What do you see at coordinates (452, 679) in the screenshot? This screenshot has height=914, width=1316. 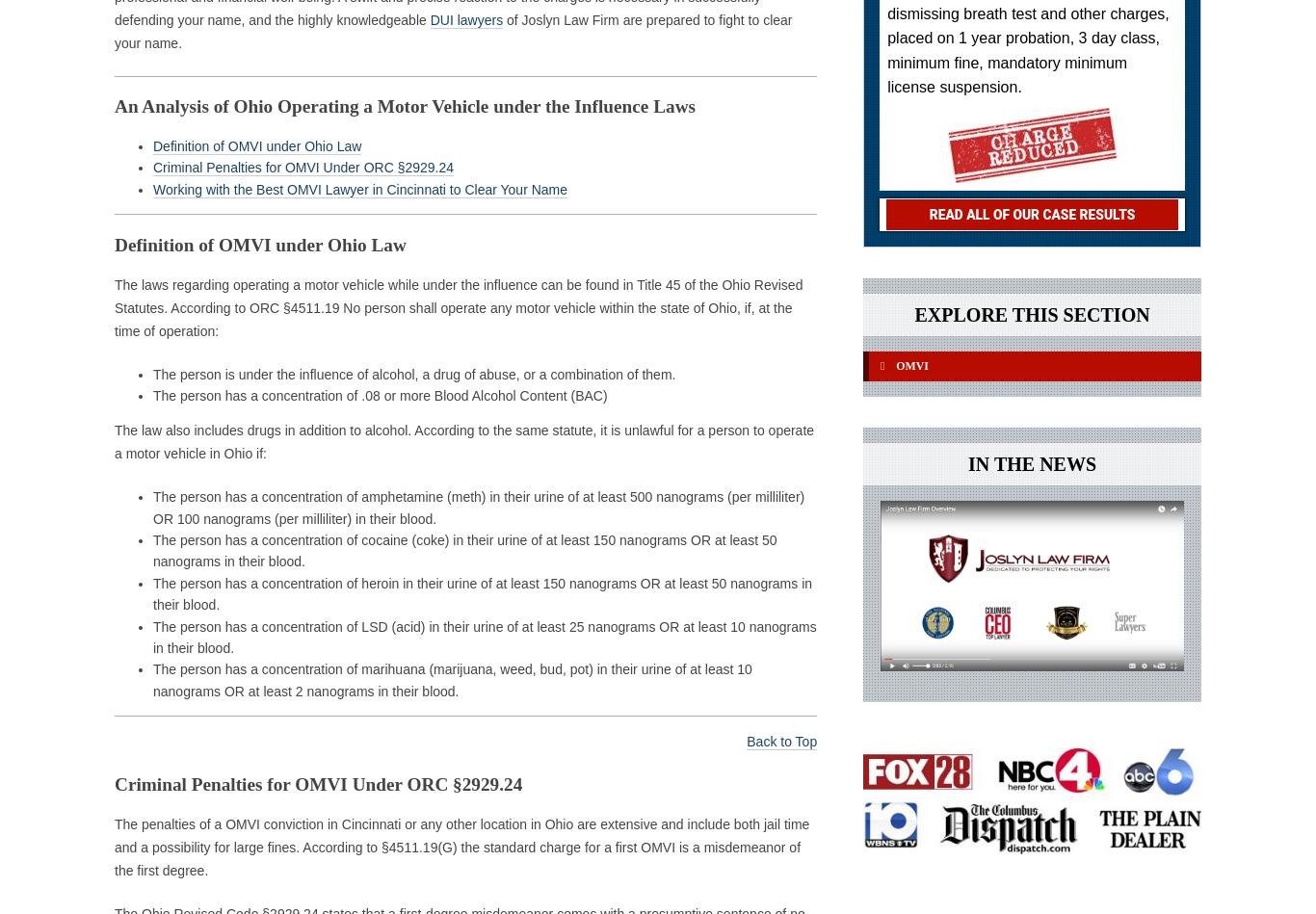 I see `'The person has a concentration of marihuana (marijuana, weed, bud, pot) in their urine of at least 10 nanograms OR at least 2 nanograms in their blood.'` at bounding box center [452, 679].